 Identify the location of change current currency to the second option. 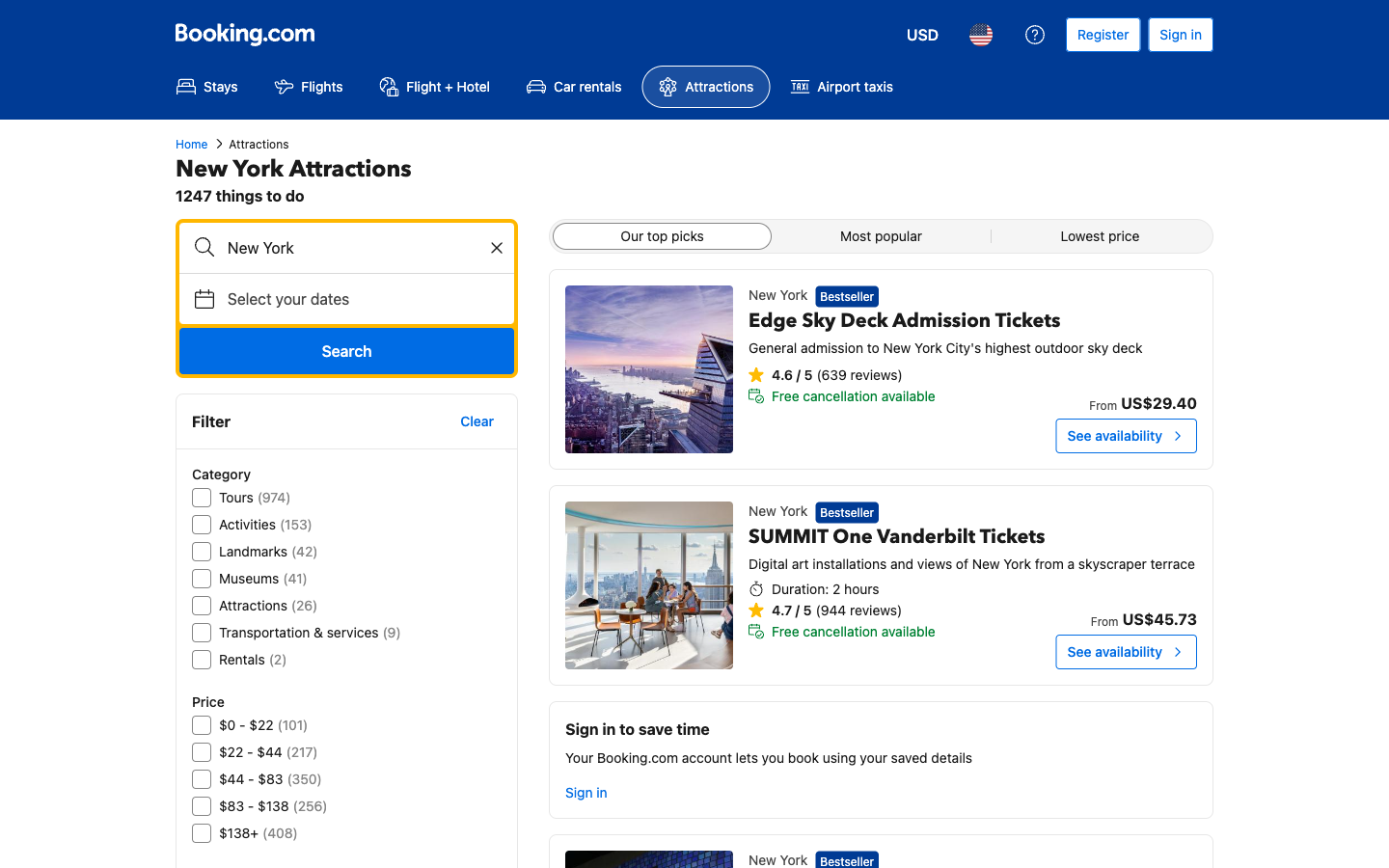
(922, 34).